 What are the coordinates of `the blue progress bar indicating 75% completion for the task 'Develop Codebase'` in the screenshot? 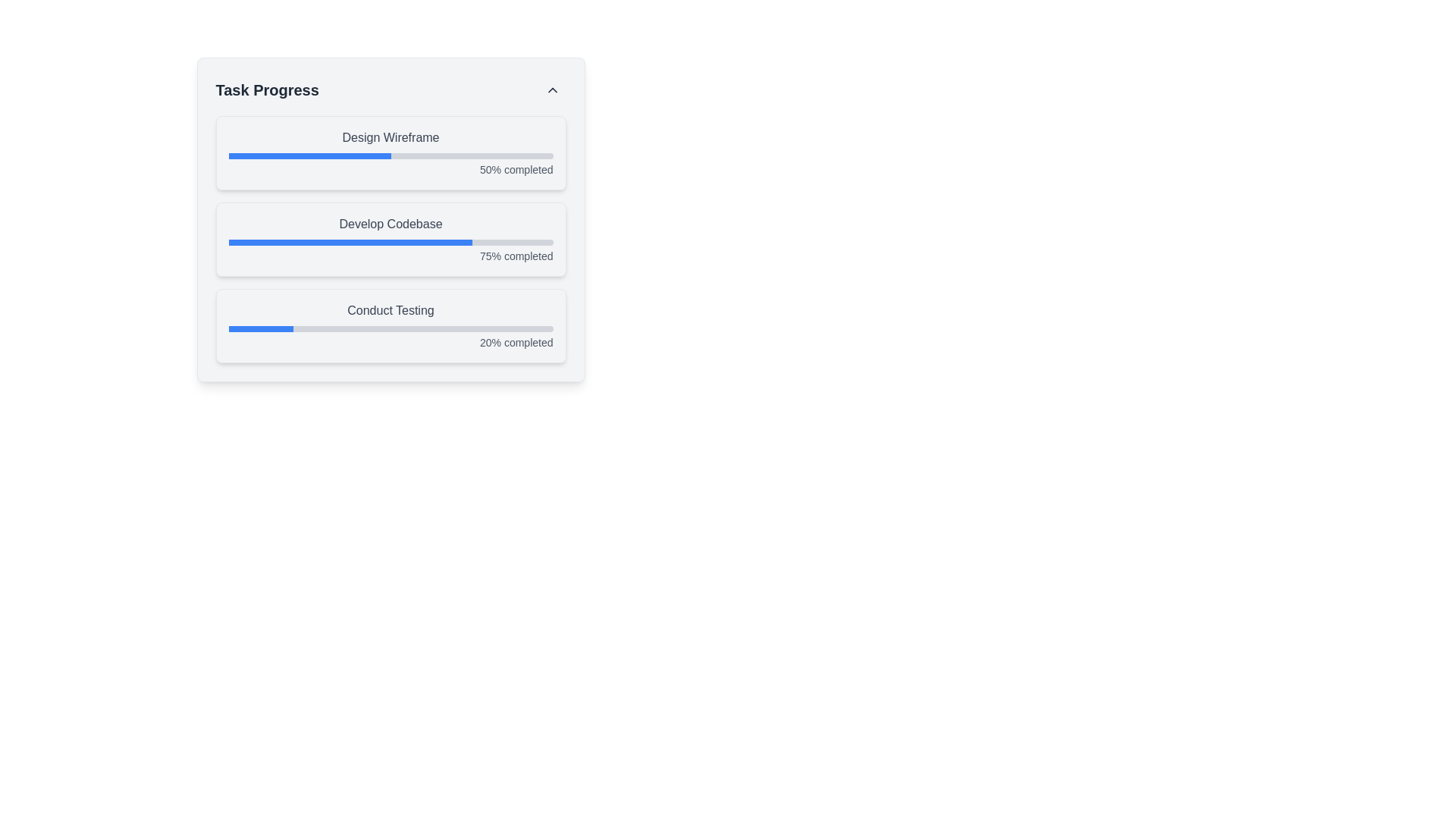 It's located at (349, 242).